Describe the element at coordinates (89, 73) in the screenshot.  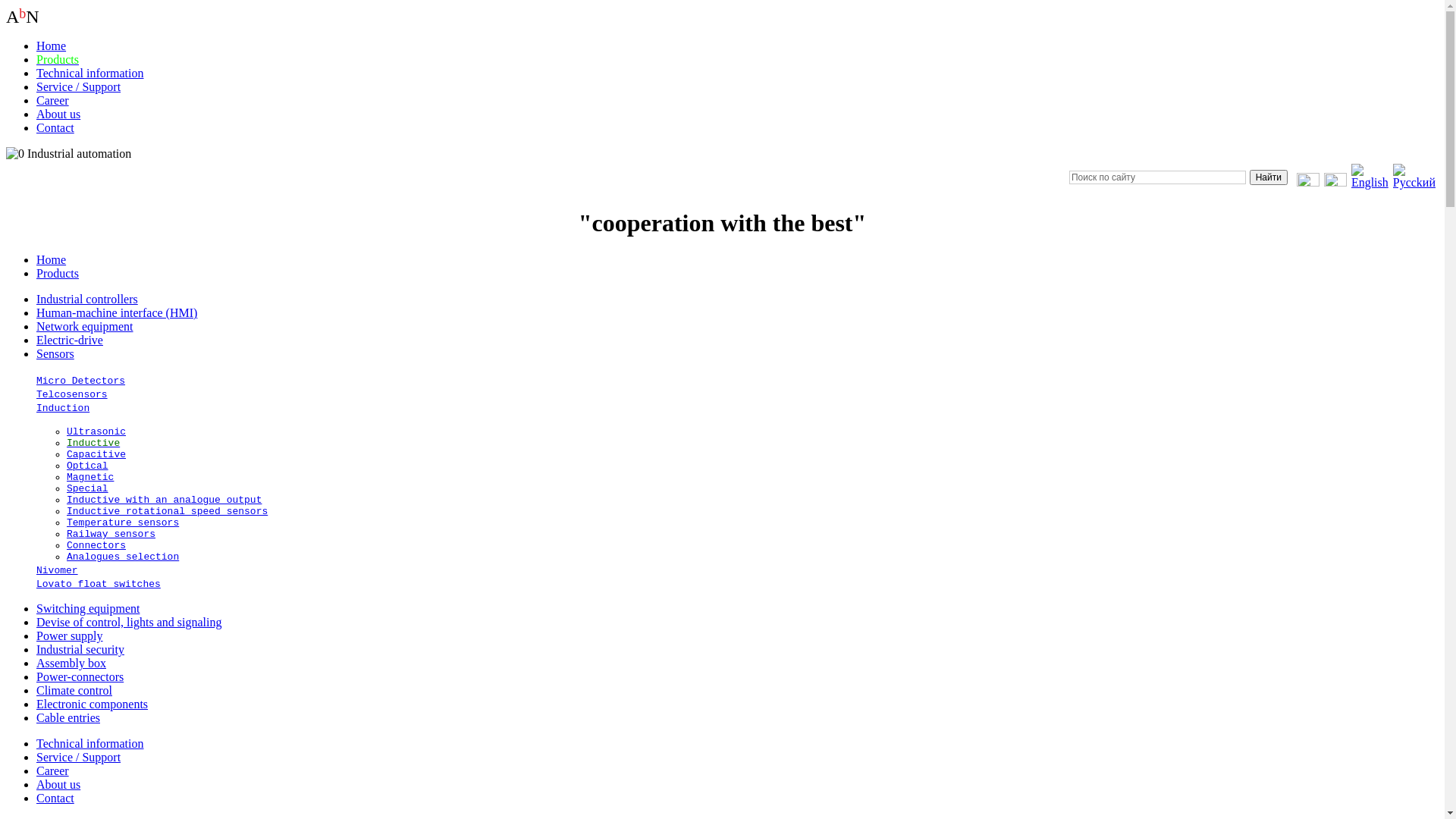
I see `'Technical information'` at that location.